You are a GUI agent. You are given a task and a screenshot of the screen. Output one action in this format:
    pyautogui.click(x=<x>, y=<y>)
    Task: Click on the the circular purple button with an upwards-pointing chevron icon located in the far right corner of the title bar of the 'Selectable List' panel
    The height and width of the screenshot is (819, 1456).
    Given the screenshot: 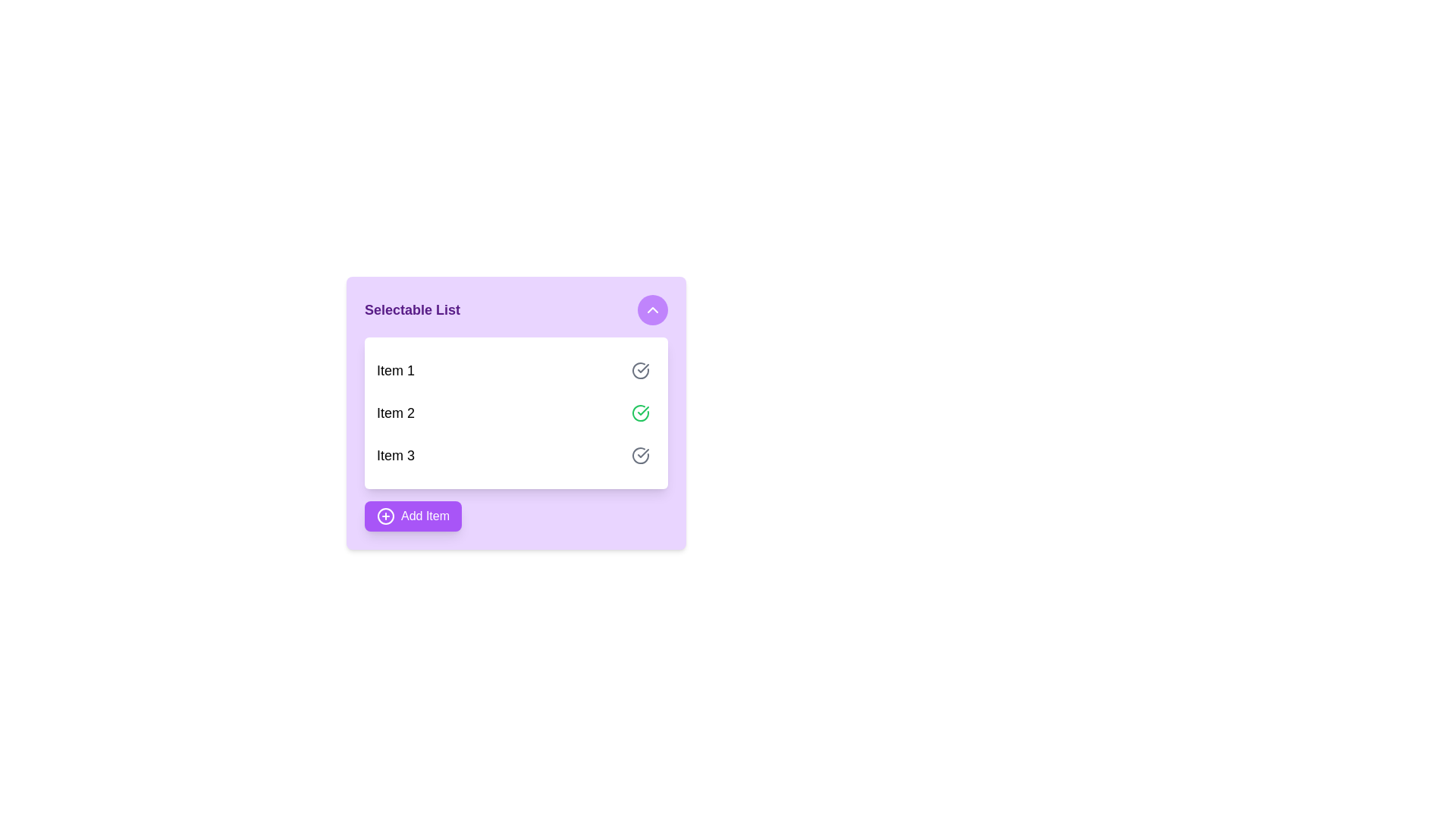 What is the action you would take?
    pyautogui.click(x=652, y=309)
    